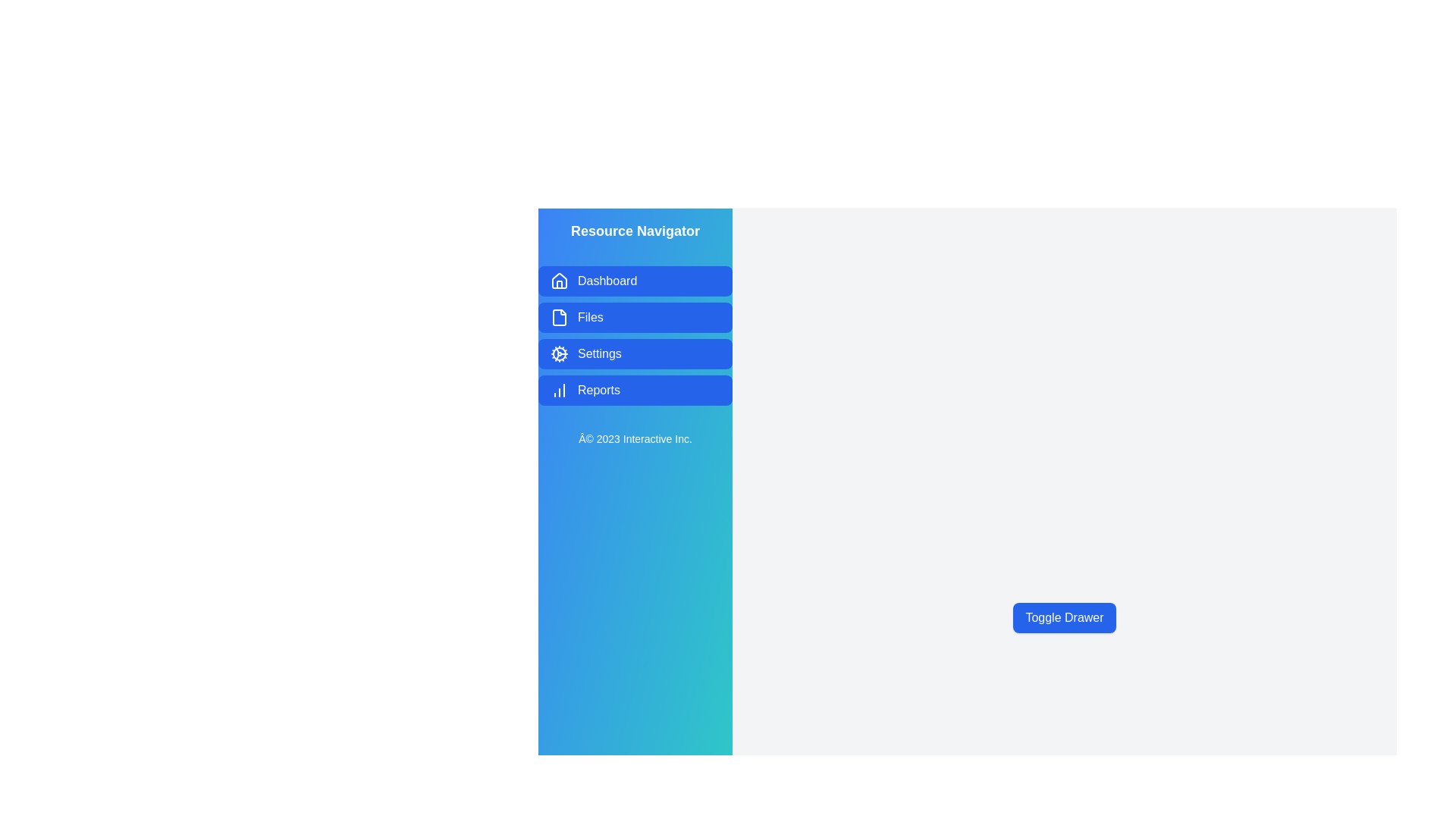 The width and height of the screenshot is (1456, 819). Describe the element at coordinates (635, 281) in the screenshot. I see `the navigation item labeled Dashboard` at that location.